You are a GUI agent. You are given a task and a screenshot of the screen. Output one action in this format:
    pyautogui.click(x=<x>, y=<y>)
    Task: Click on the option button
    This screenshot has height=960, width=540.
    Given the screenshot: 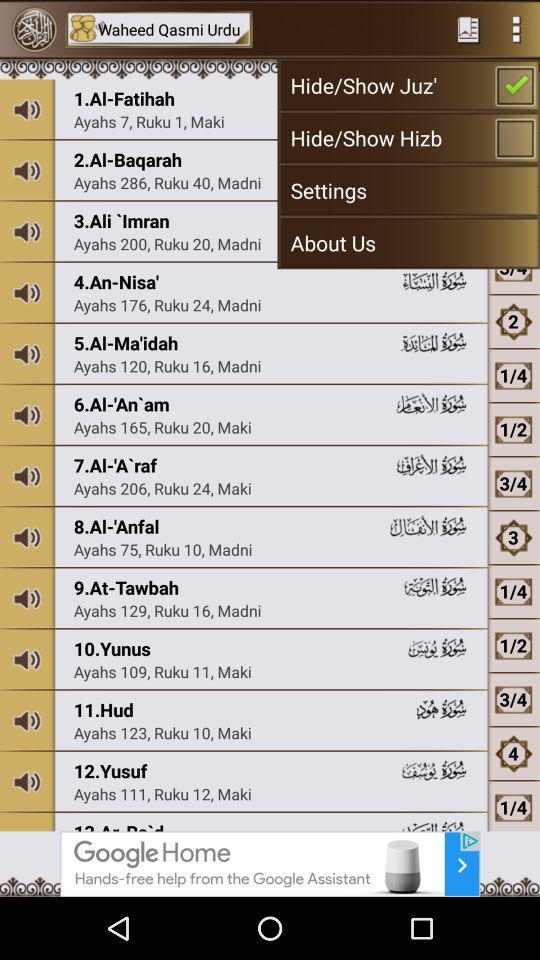 What is the action you would take?
    pyautogui.click(x=516, y=28)
    